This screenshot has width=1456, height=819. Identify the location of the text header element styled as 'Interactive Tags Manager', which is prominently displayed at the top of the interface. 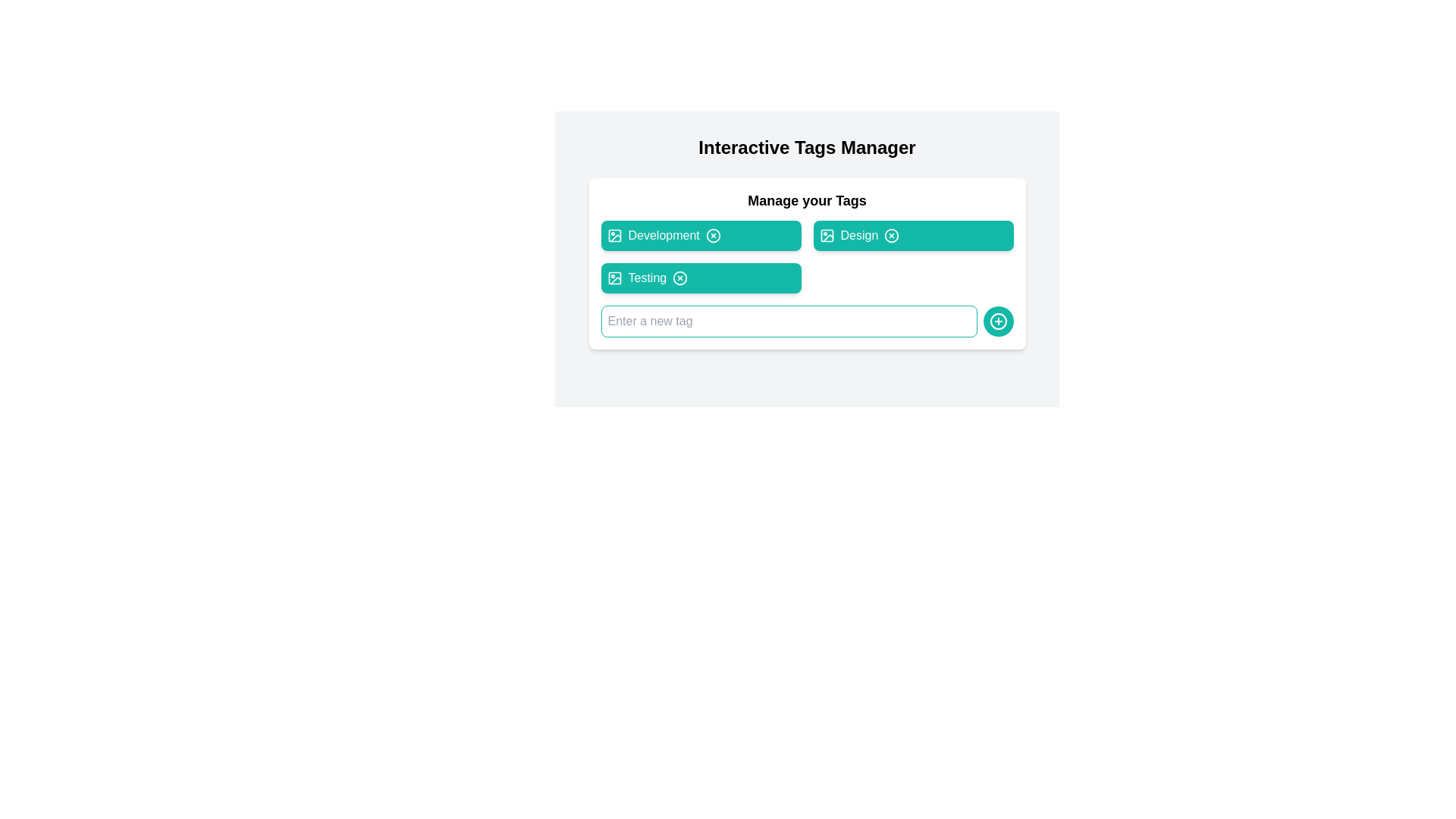
(806, 148).